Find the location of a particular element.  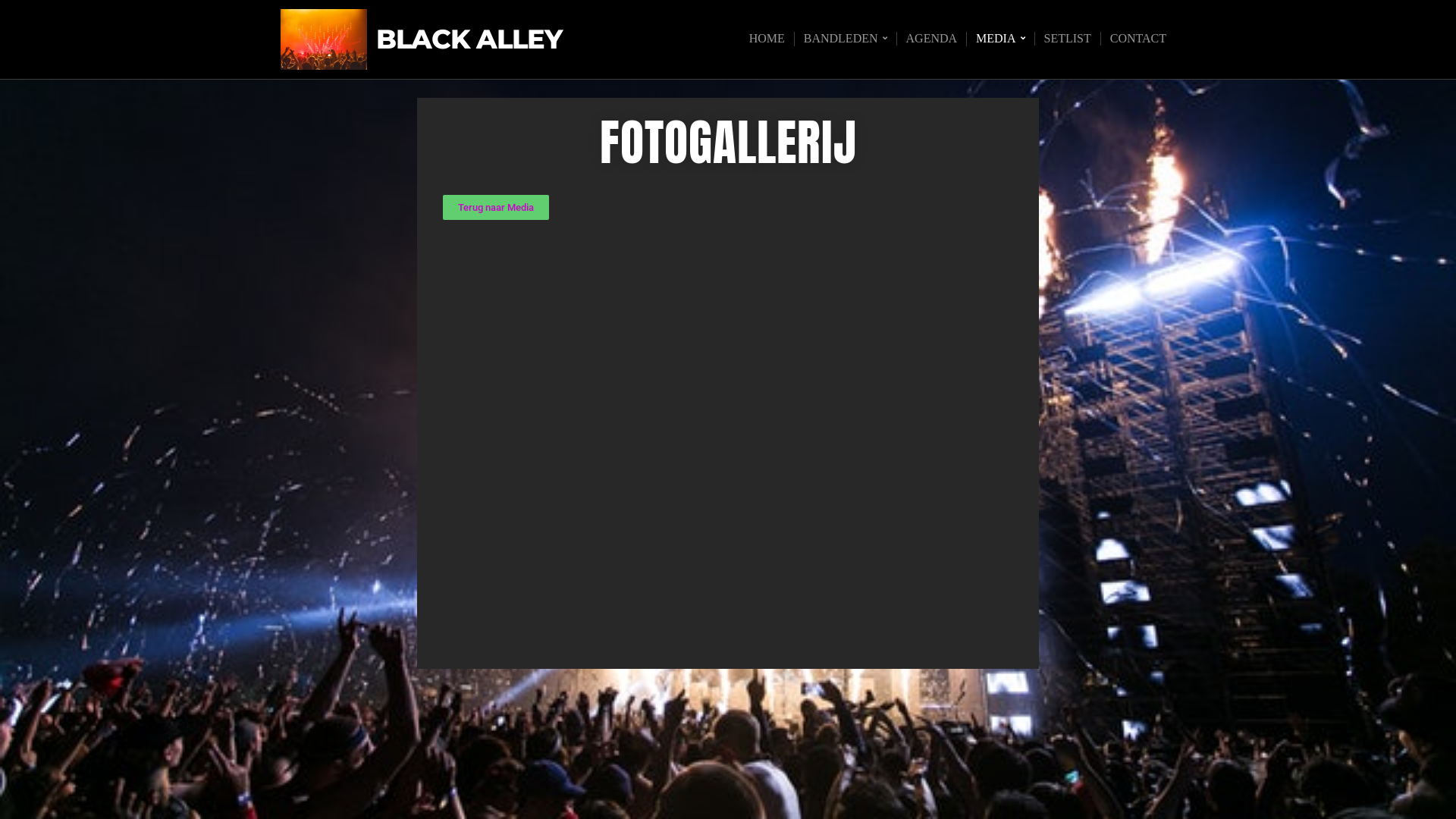

'MEDIA' is located at coordinates (999, 38).